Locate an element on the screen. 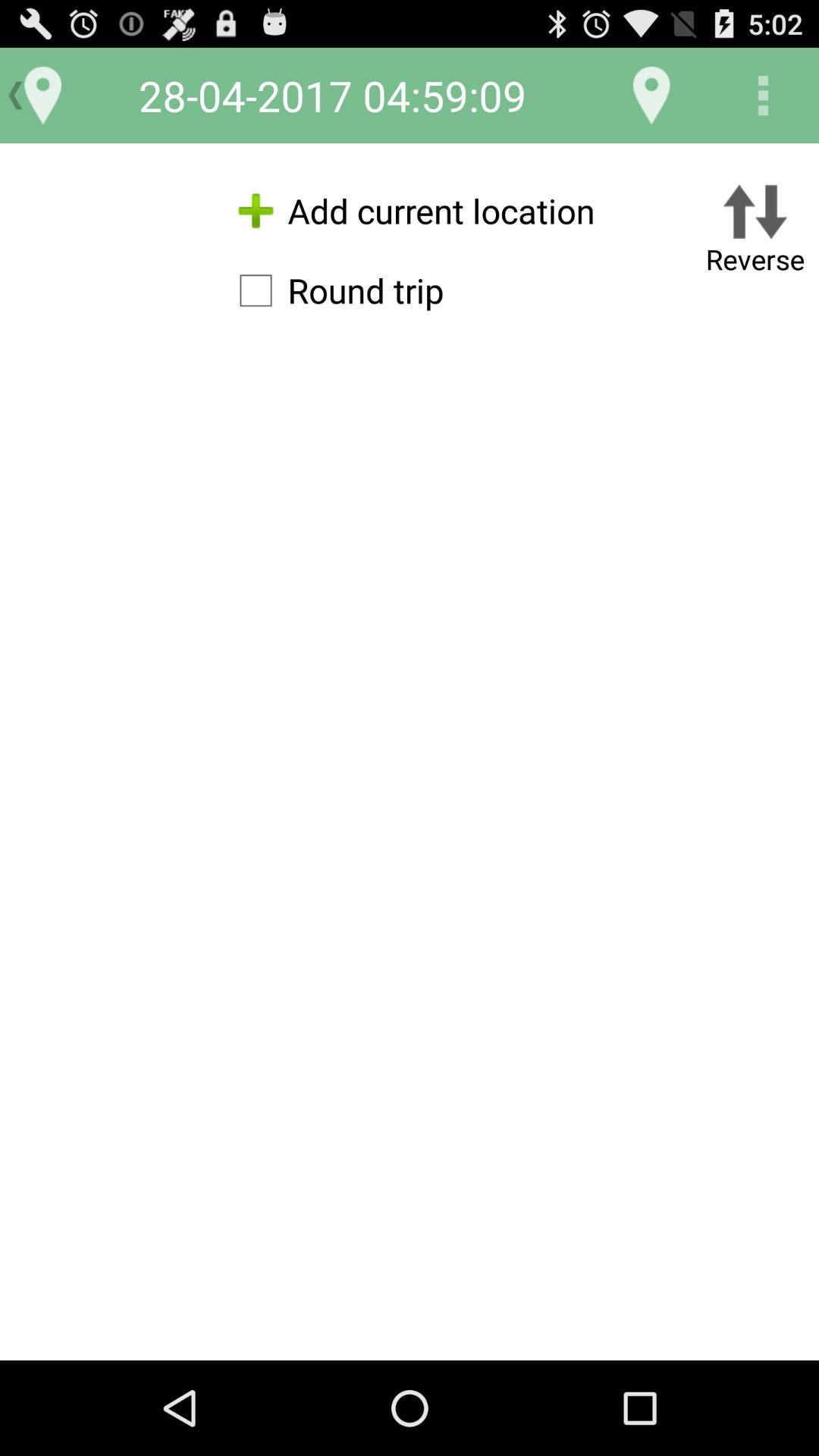 The width and height of the screenshot is (819, 1456). round trip is located at coordinates (333, 290).